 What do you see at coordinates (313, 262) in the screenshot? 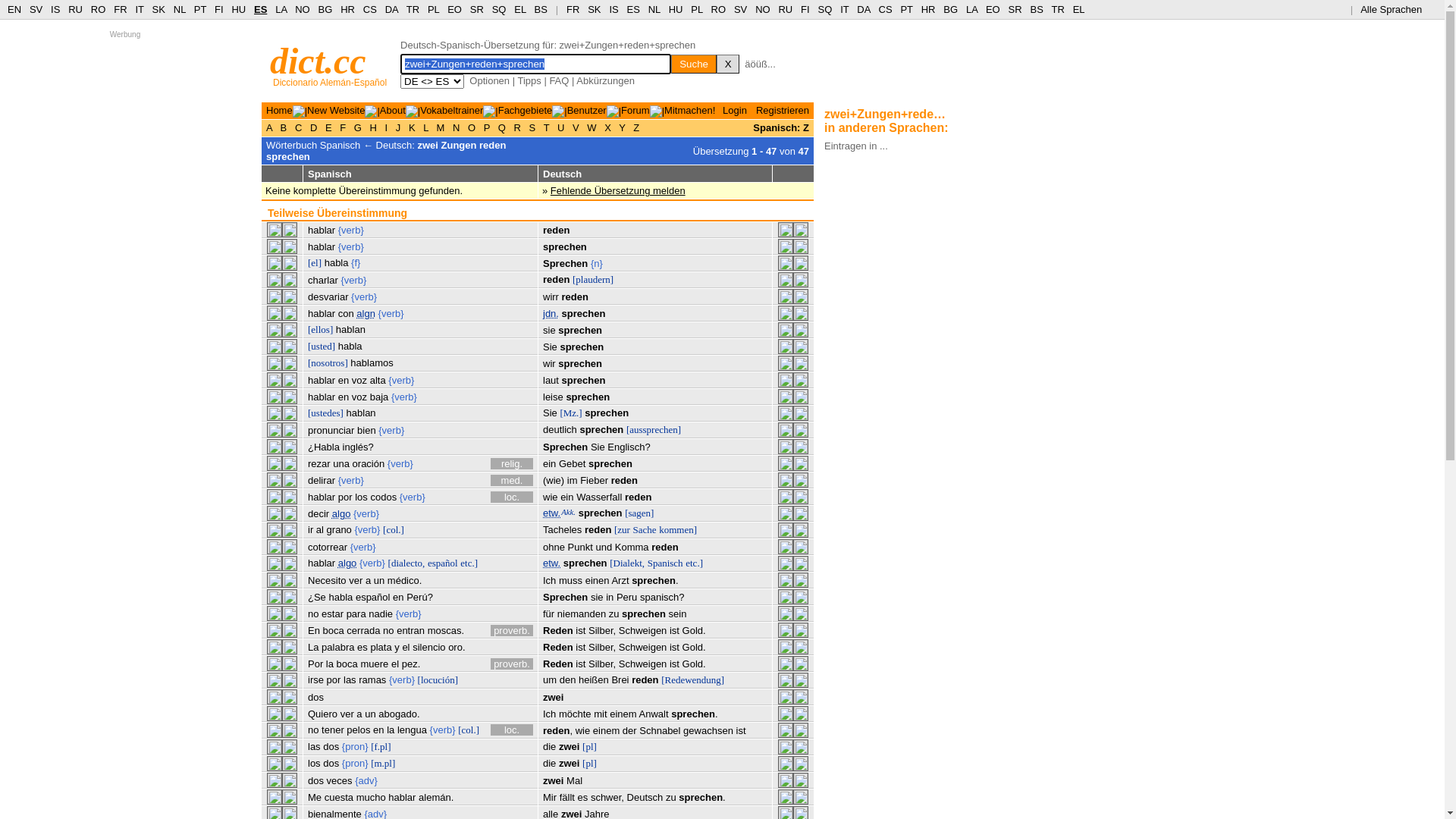
I see `'[el]'` at bounding box center [313, 262].